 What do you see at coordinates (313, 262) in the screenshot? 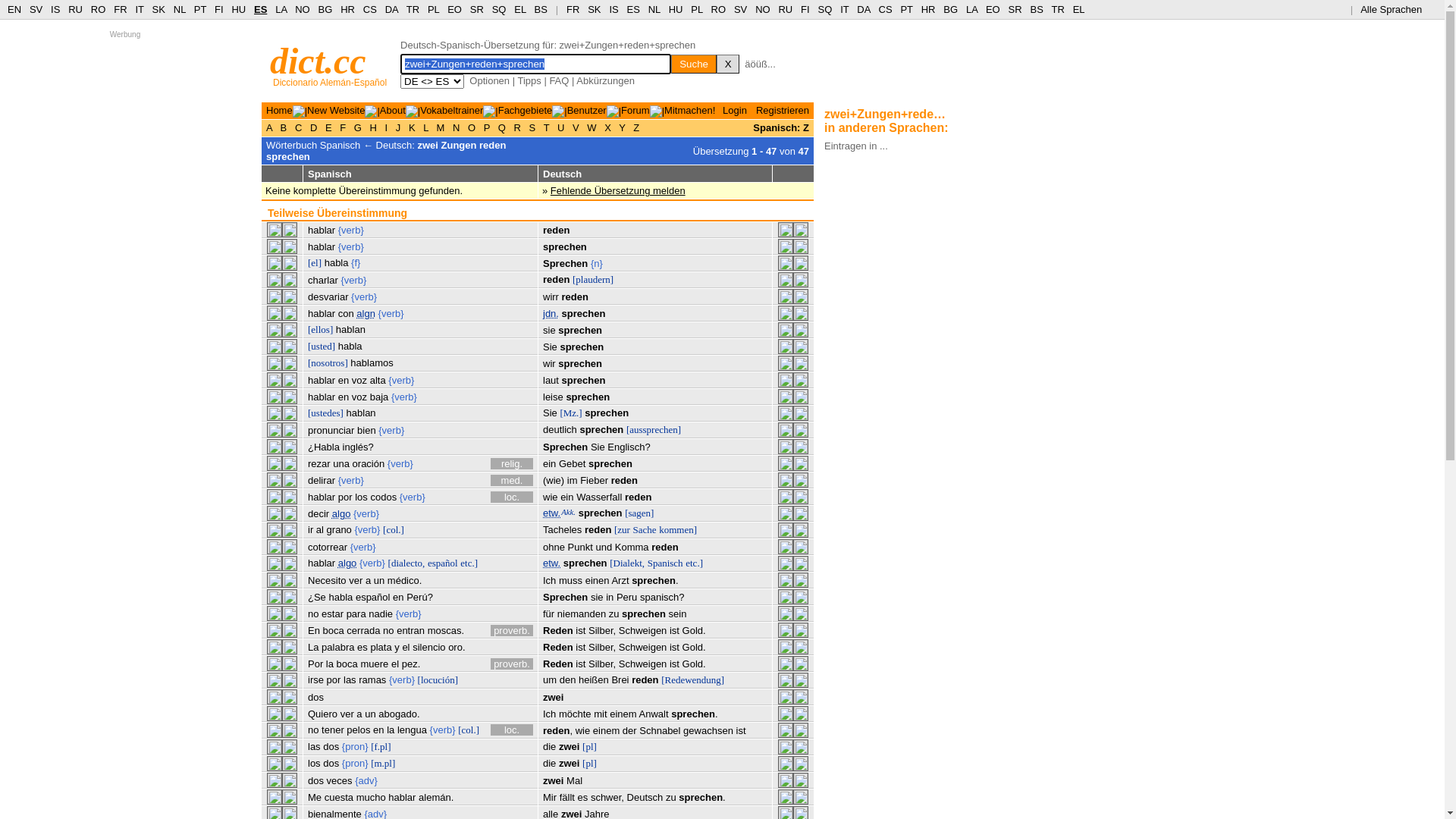
I see `'[el]'` at bounding box center [313, 262].